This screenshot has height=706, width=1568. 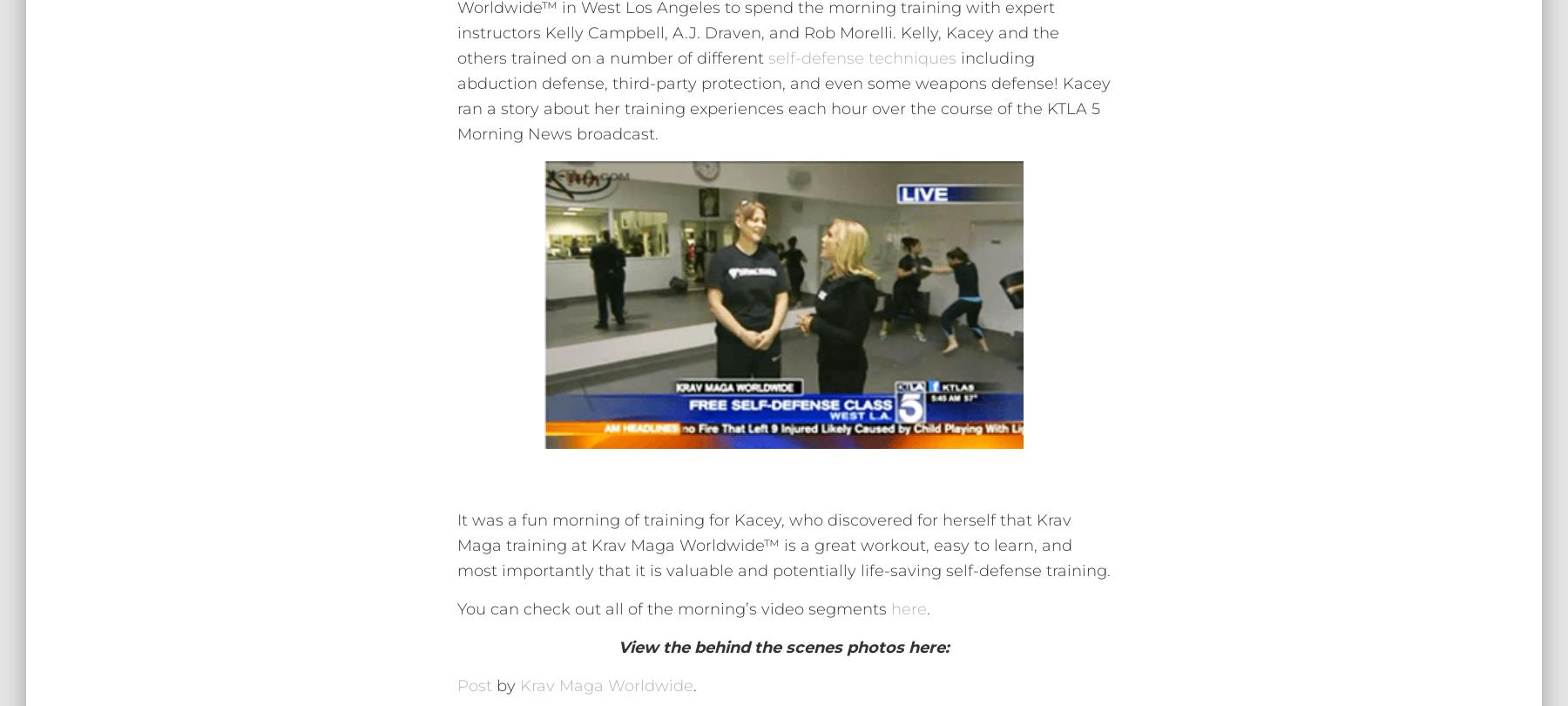 What do you see at coordinates (474, 684) in the screenshot?
I see `'Post'` at bounding box center [474, 684].